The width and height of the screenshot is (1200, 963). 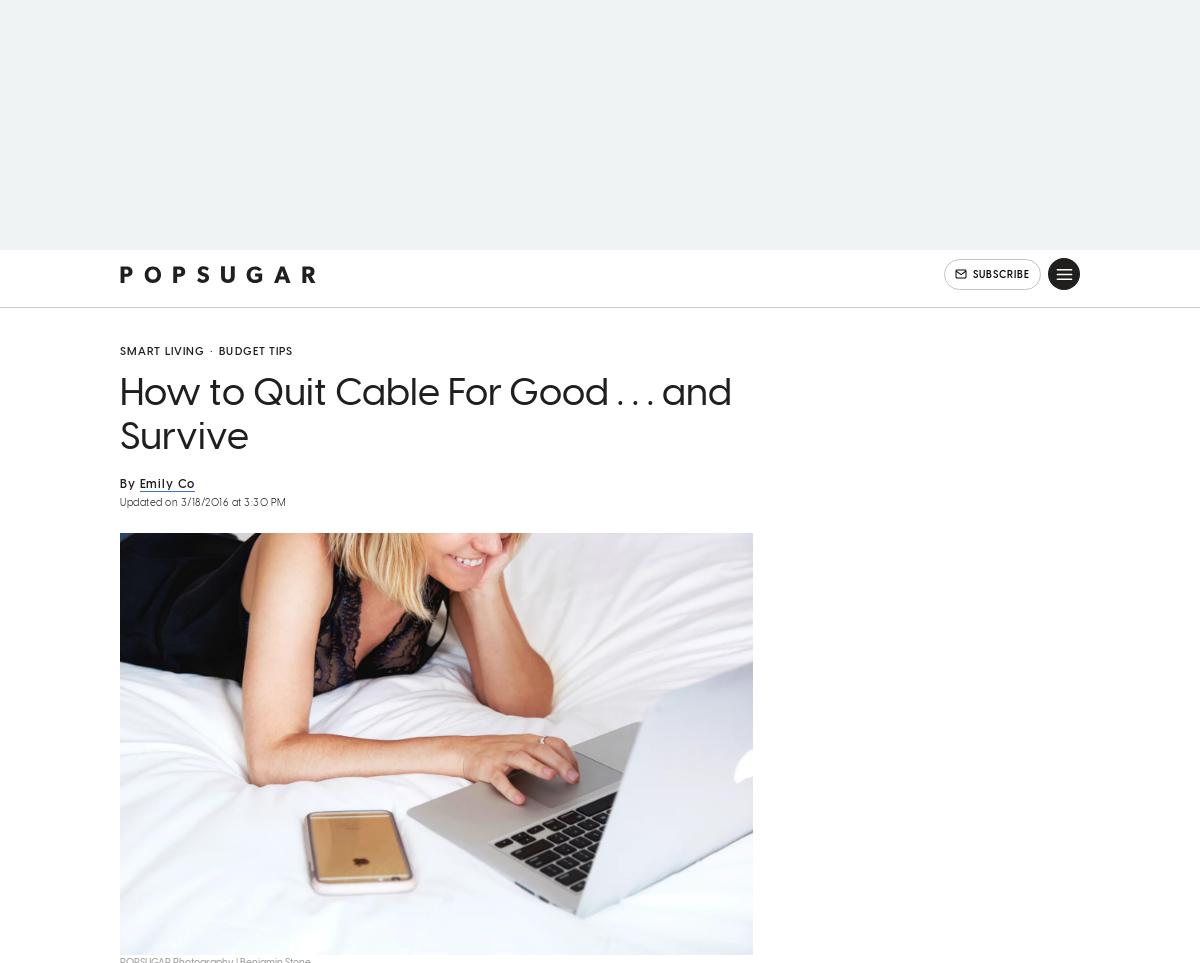 I want to click on 'Updated on 3/18/2016 at 3:30 PM', so click(x=202, y=528).